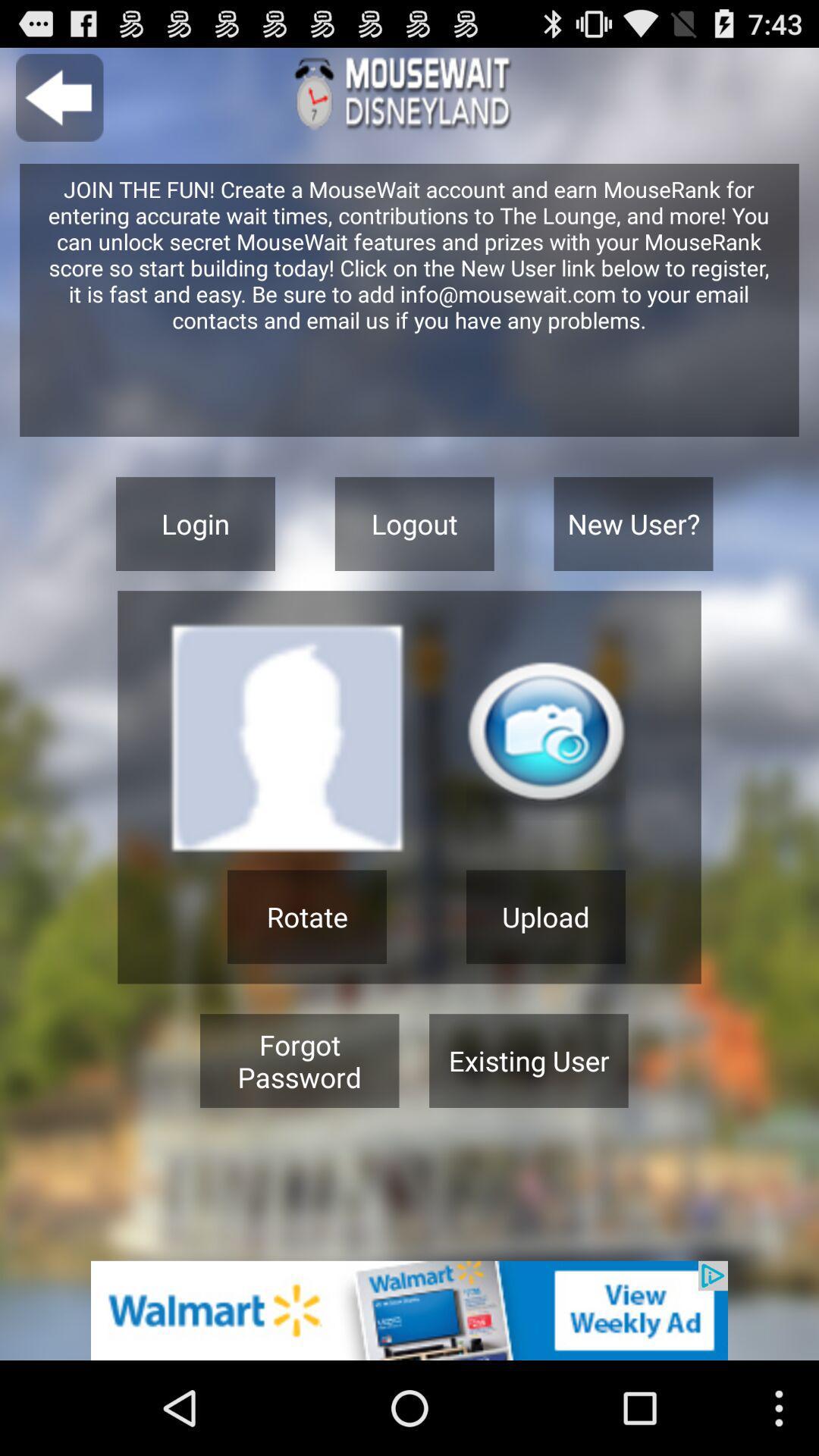 Image resolution: width=819 pixels, height=1456 pixels. What do you see at coordinates (546, 740) in the screenshot?
I see `take a picture` at bounding box center [546, 740].